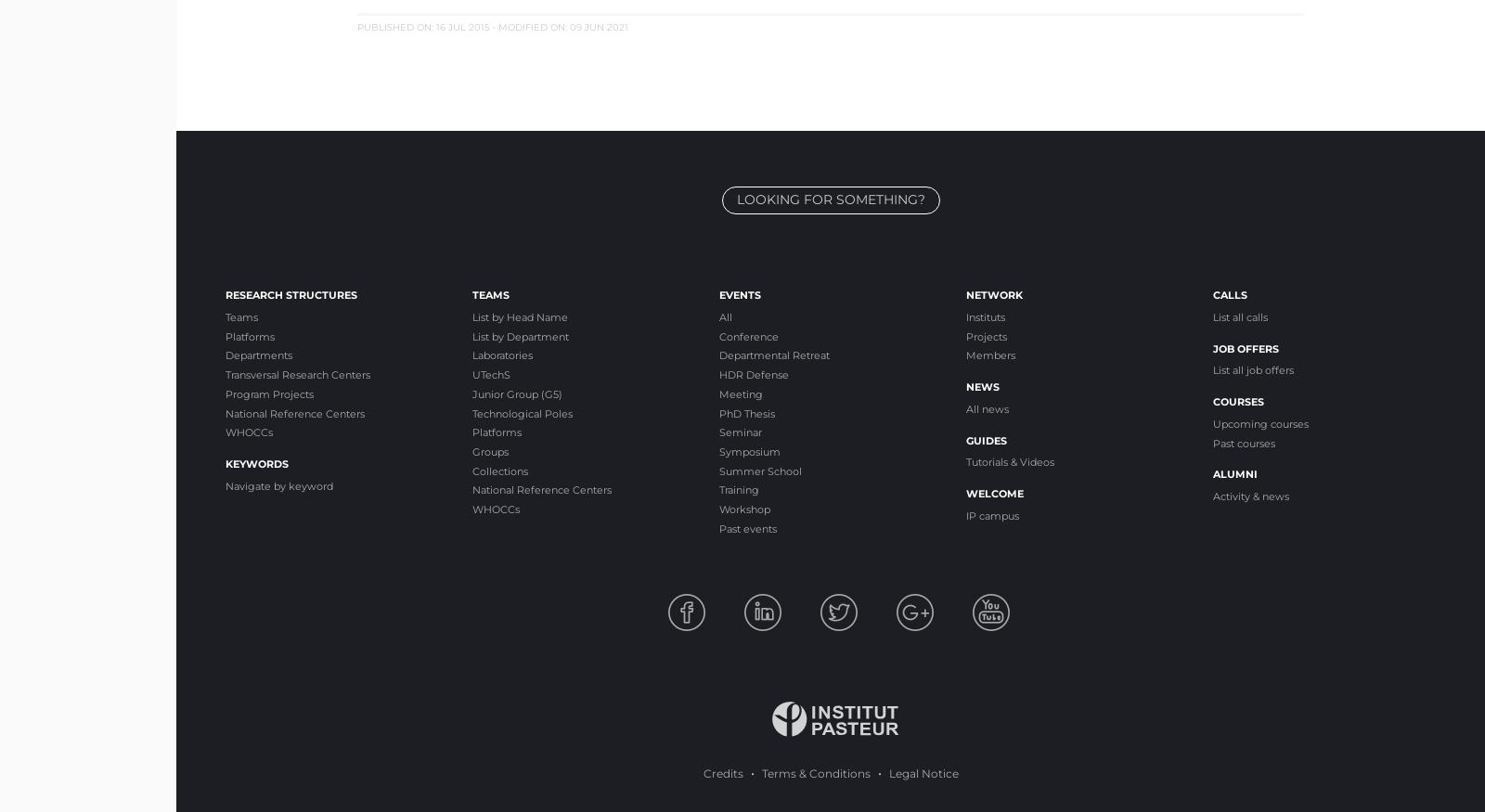 This screenshot has width=1485, height=812. What do you see at coordinates (987, 335) in the screenshot?
I see `'Projects'` at bounding box center [987, 335].